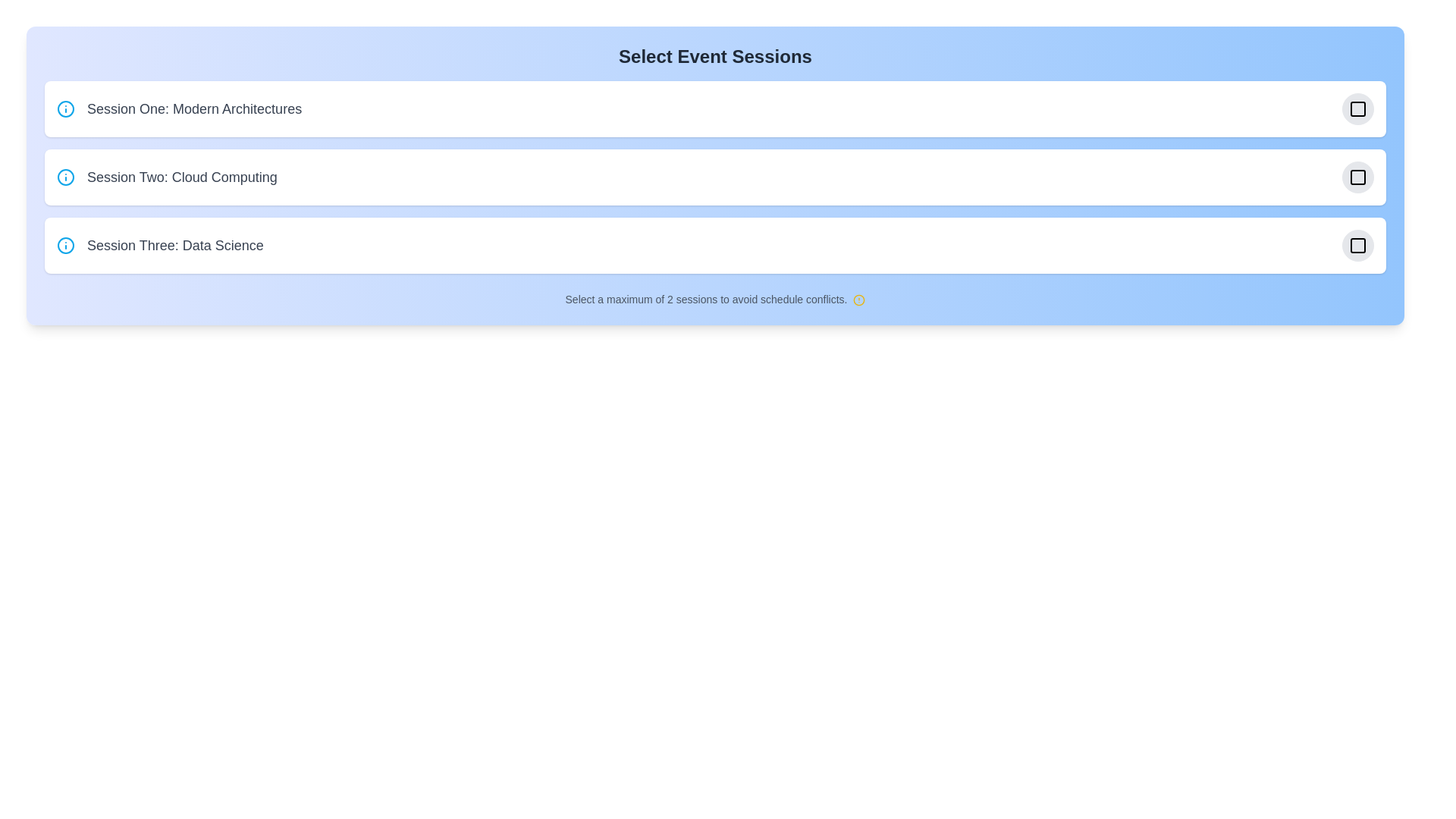 The width and height of the screenshot is (1456, 819). I want to click on the informational icon for Session Two: Cloud Computing to reveal its tooltip, so click(64, 177).